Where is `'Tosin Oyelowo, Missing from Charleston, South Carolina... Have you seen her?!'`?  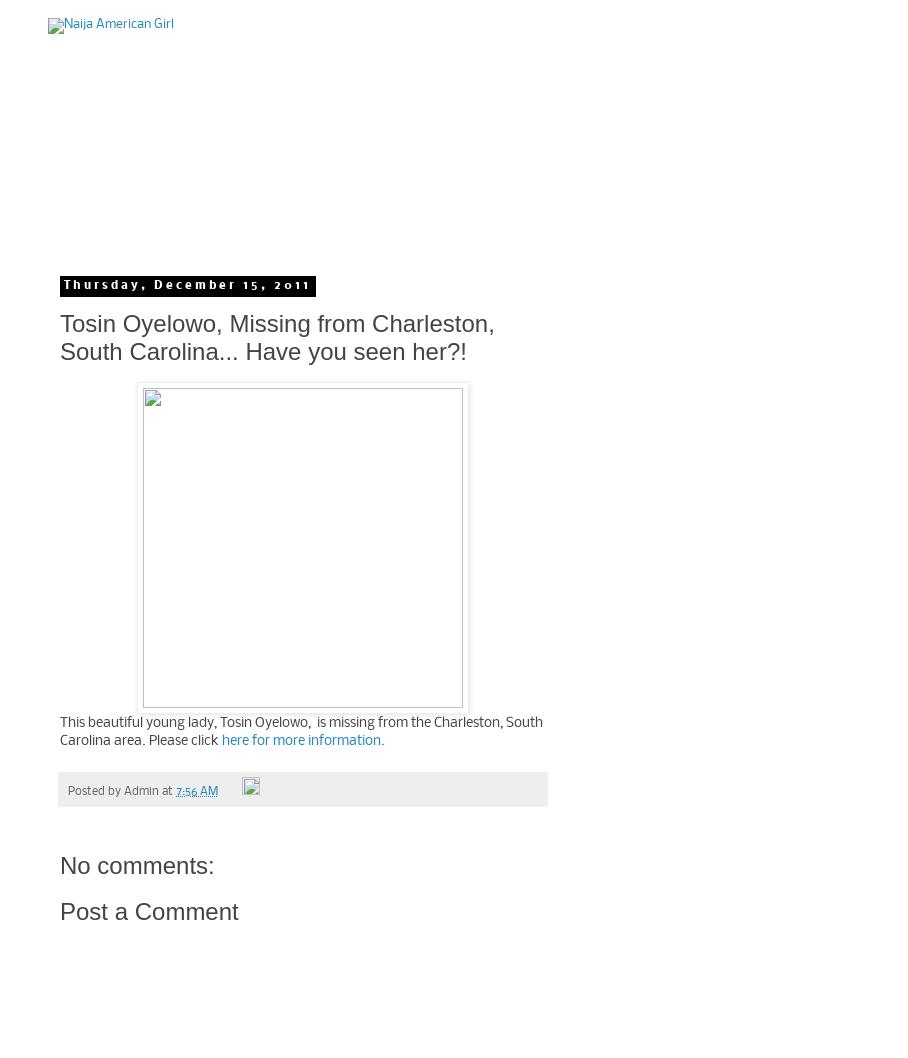 'Tosin Oyelowo, Missing from Charleston, South Carolina... Have you seen her?!' is located at coordinates (277, 336).